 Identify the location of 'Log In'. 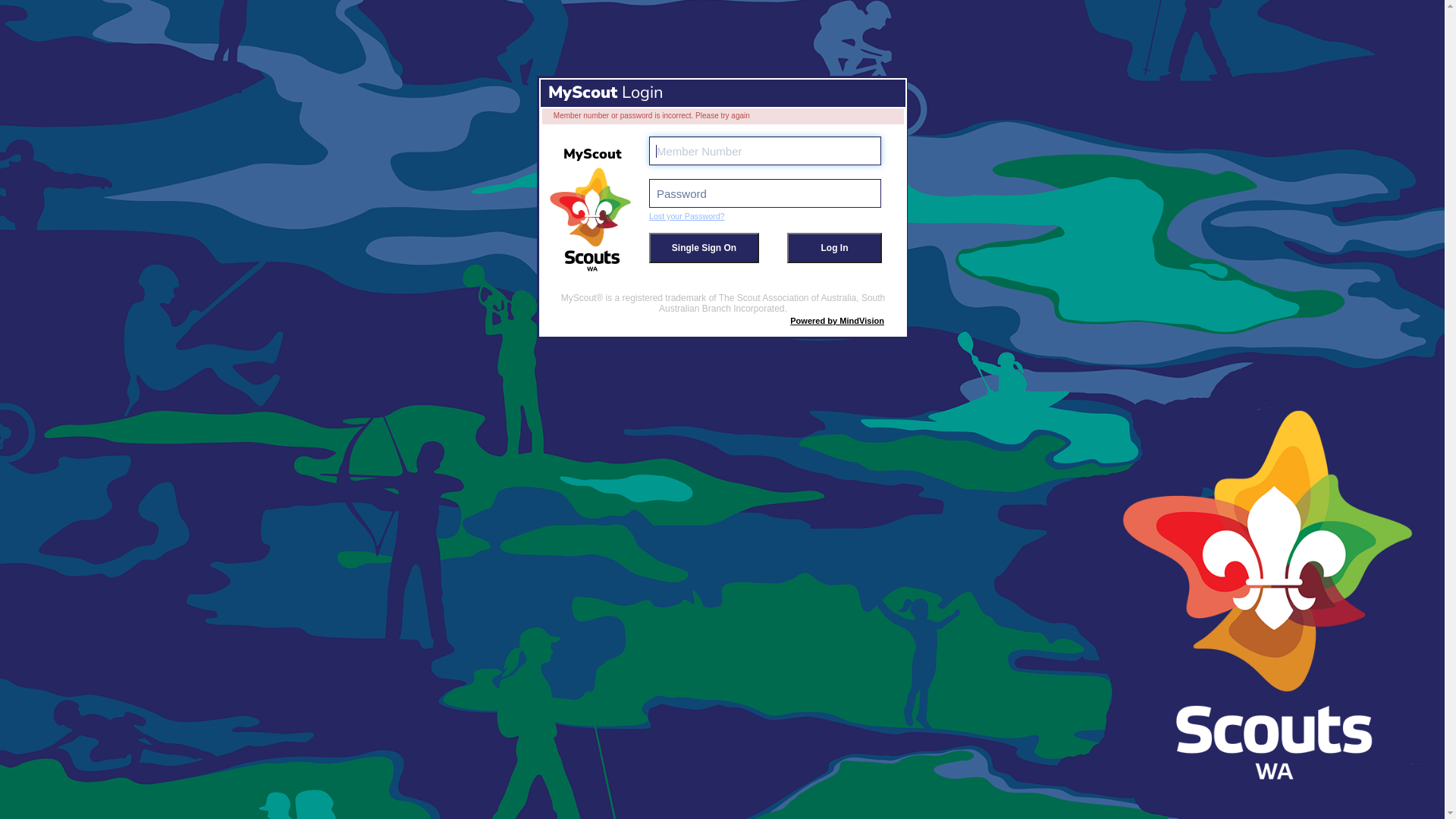
(833, 247).